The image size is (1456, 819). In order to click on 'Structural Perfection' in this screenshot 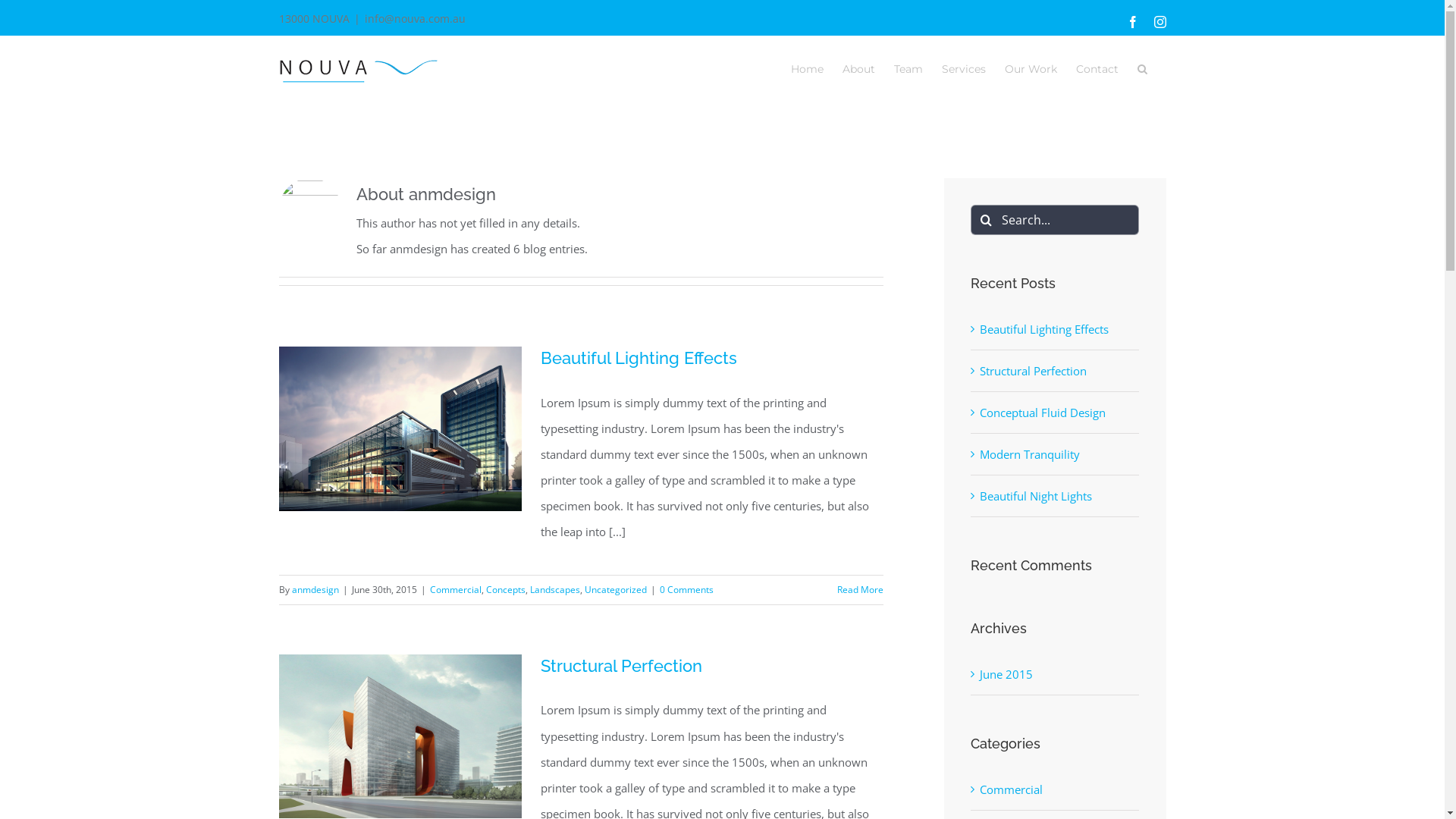, I will do `click(979, 371)`.